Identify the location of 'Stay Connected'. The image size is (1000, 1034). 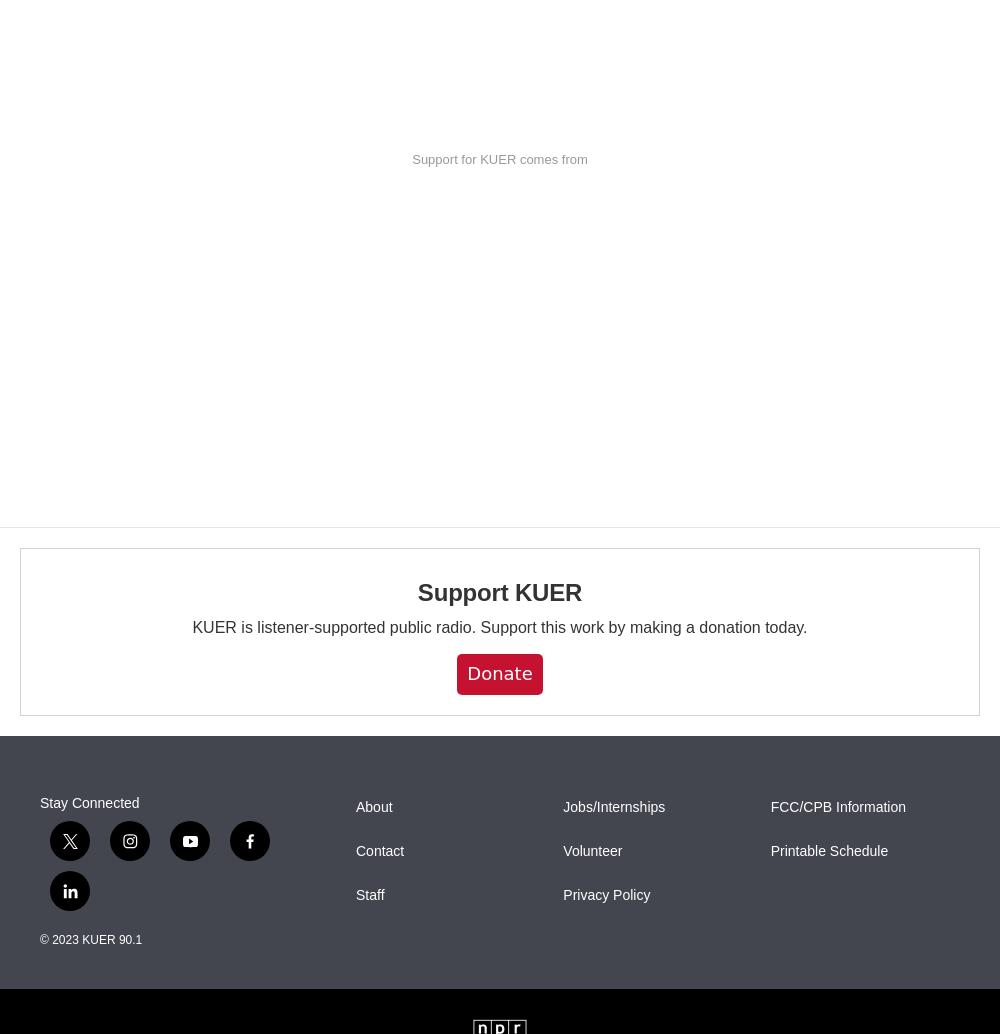
(40, 800).